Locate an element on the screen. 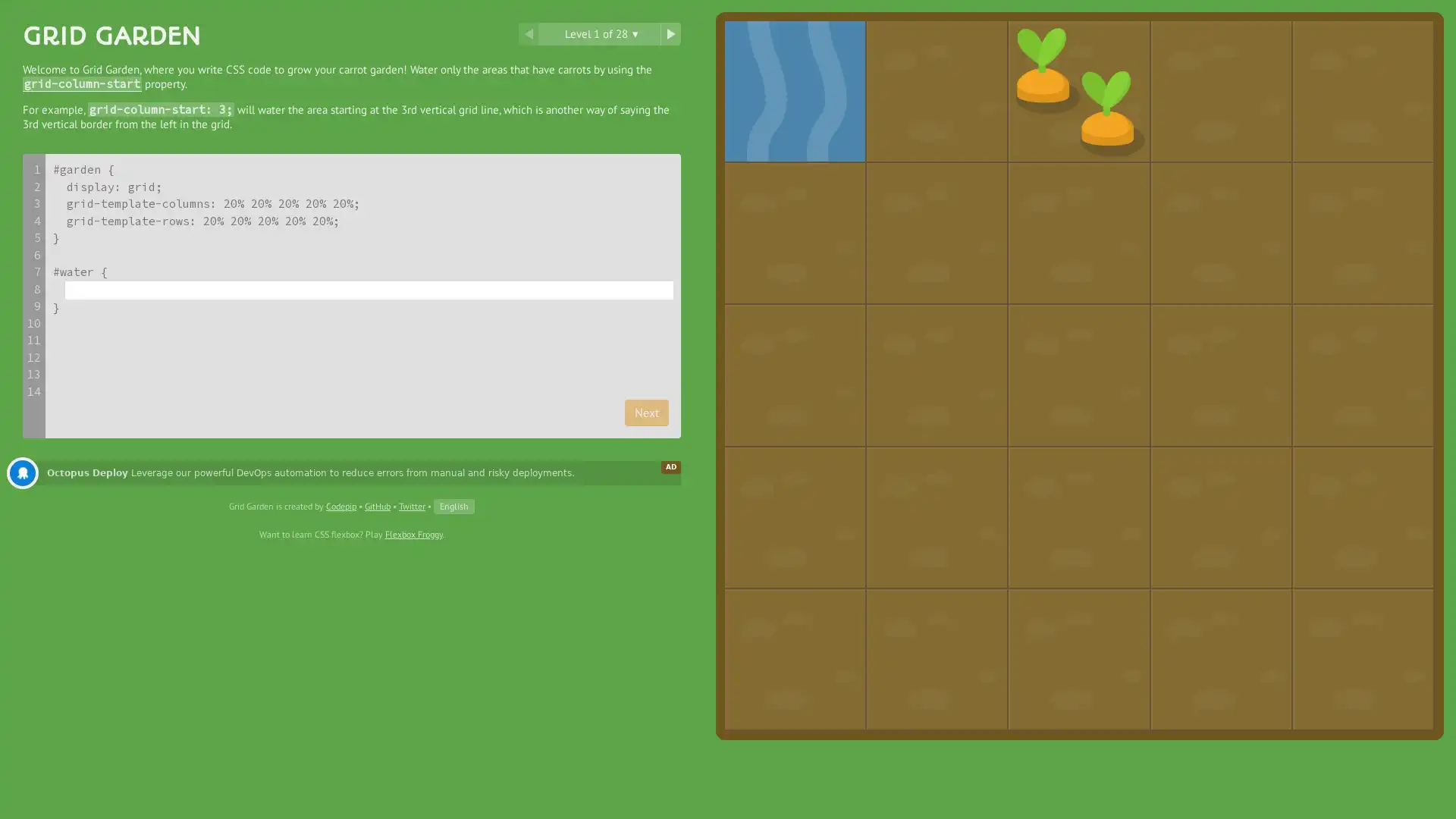  Next is located at coordinates (647, 412).